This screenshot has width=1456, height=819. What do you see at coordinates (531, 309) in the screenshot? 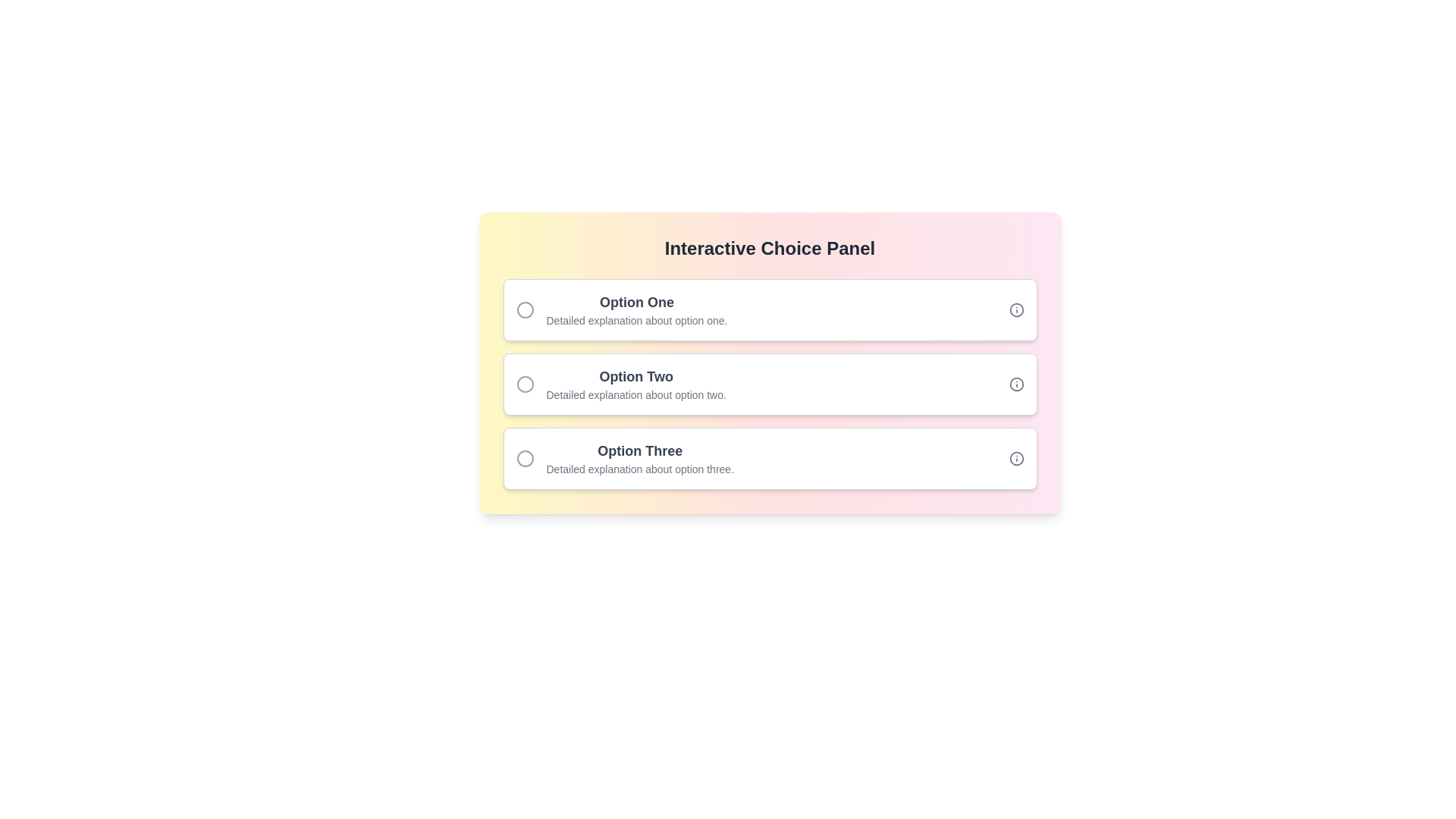
I see `the radio button located to the left of the 'Option One' label in the interactive choice panel` at bounding box center [531, 309].